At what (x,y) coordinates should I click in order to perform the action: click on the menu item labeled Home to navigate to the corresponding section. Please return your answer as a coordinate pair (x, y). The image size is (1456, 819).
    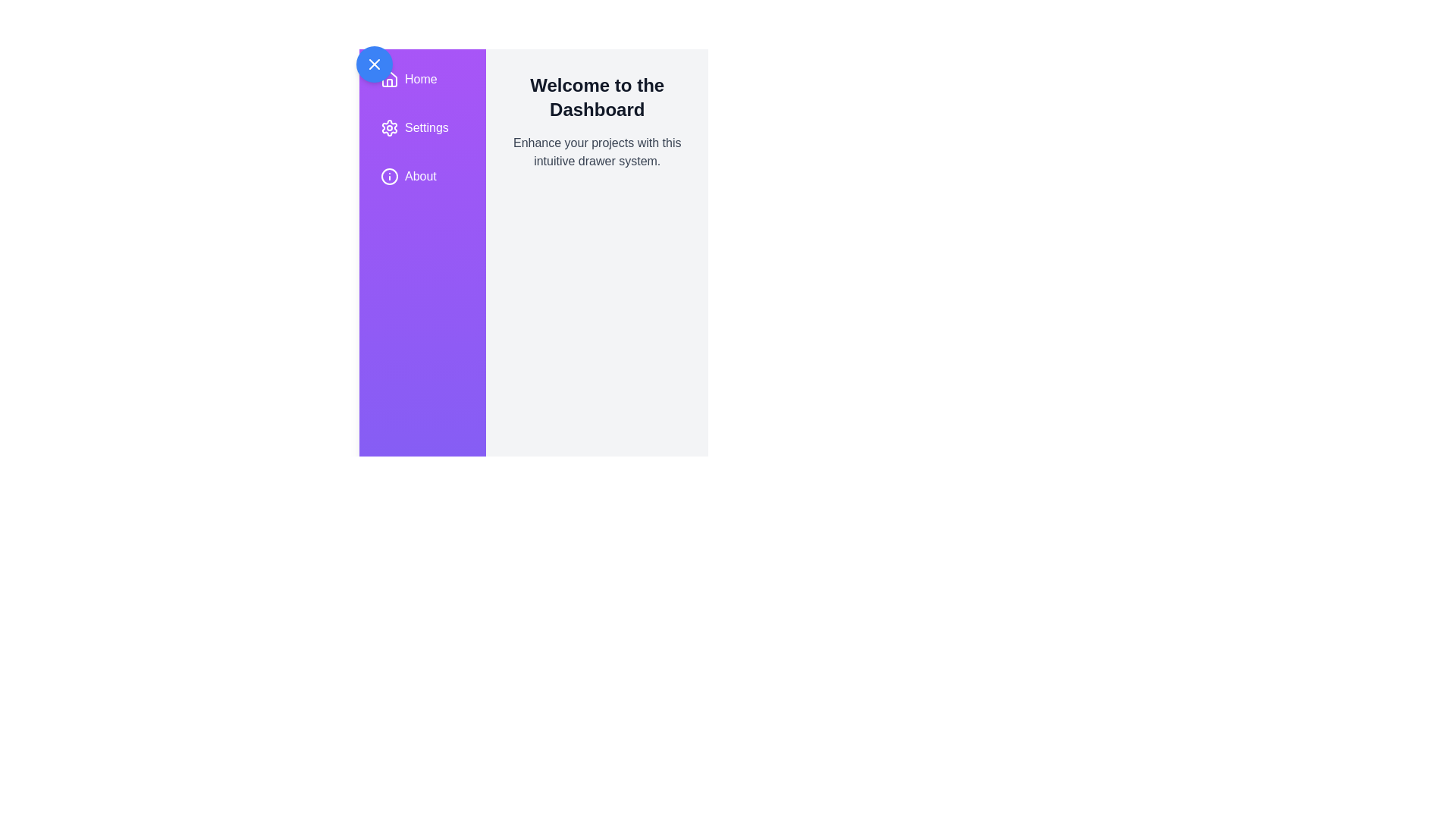
    Looking at the image, I should click on (422, 79).